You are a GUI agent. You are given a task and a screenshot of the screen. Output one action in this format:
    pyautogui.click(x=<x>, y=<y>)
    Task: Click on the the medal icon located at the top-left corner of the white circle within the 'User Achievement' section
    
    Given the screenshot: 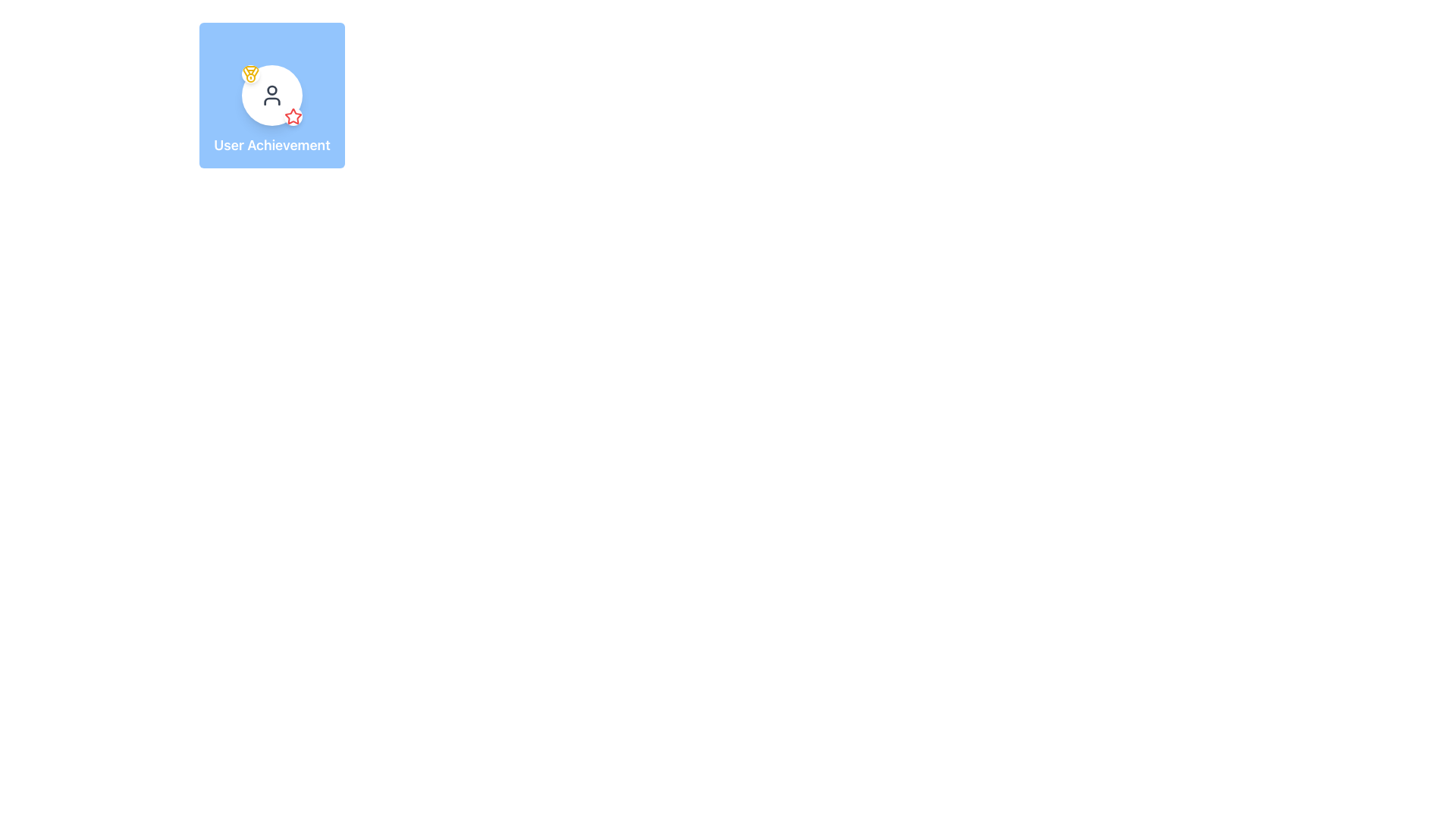 What is the action you would take?
    pyautogui.click(x=251, y=74)
    